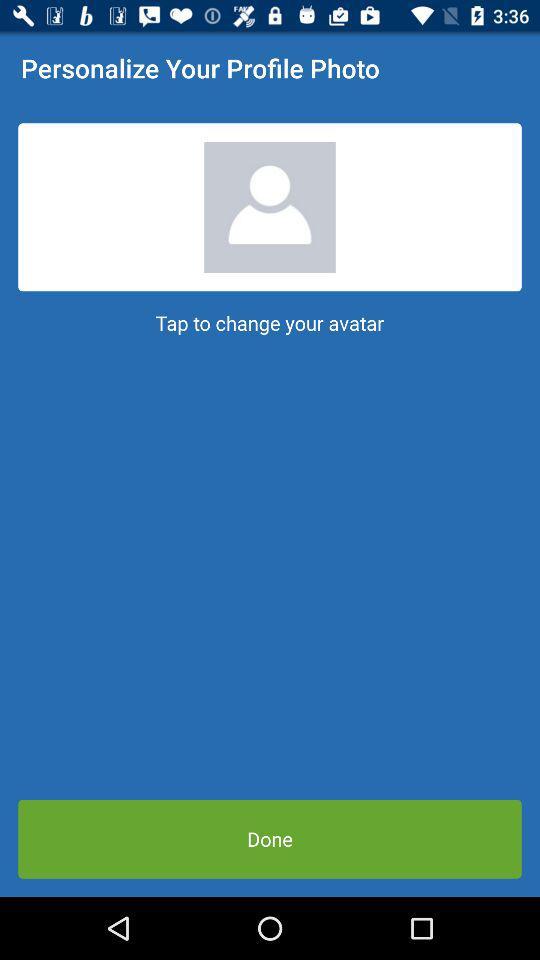 The height and width of the screenshot is (960, 540). I want to click on the item above tap to change item, so click(270, 207).